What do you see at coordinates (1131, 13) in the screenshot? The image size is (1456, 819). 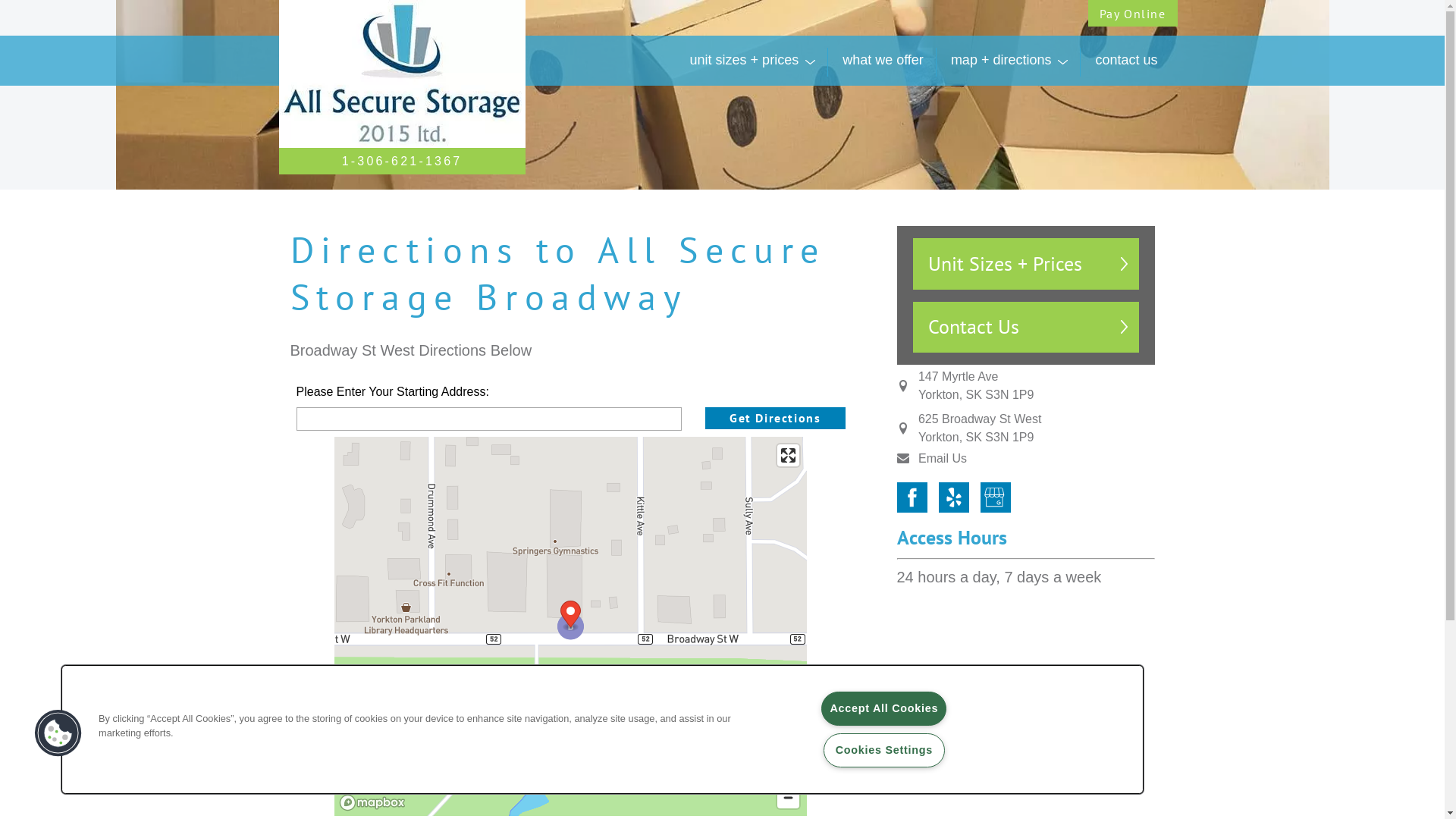 I see `'Pay Online'` at bounding box center [1131, 13].